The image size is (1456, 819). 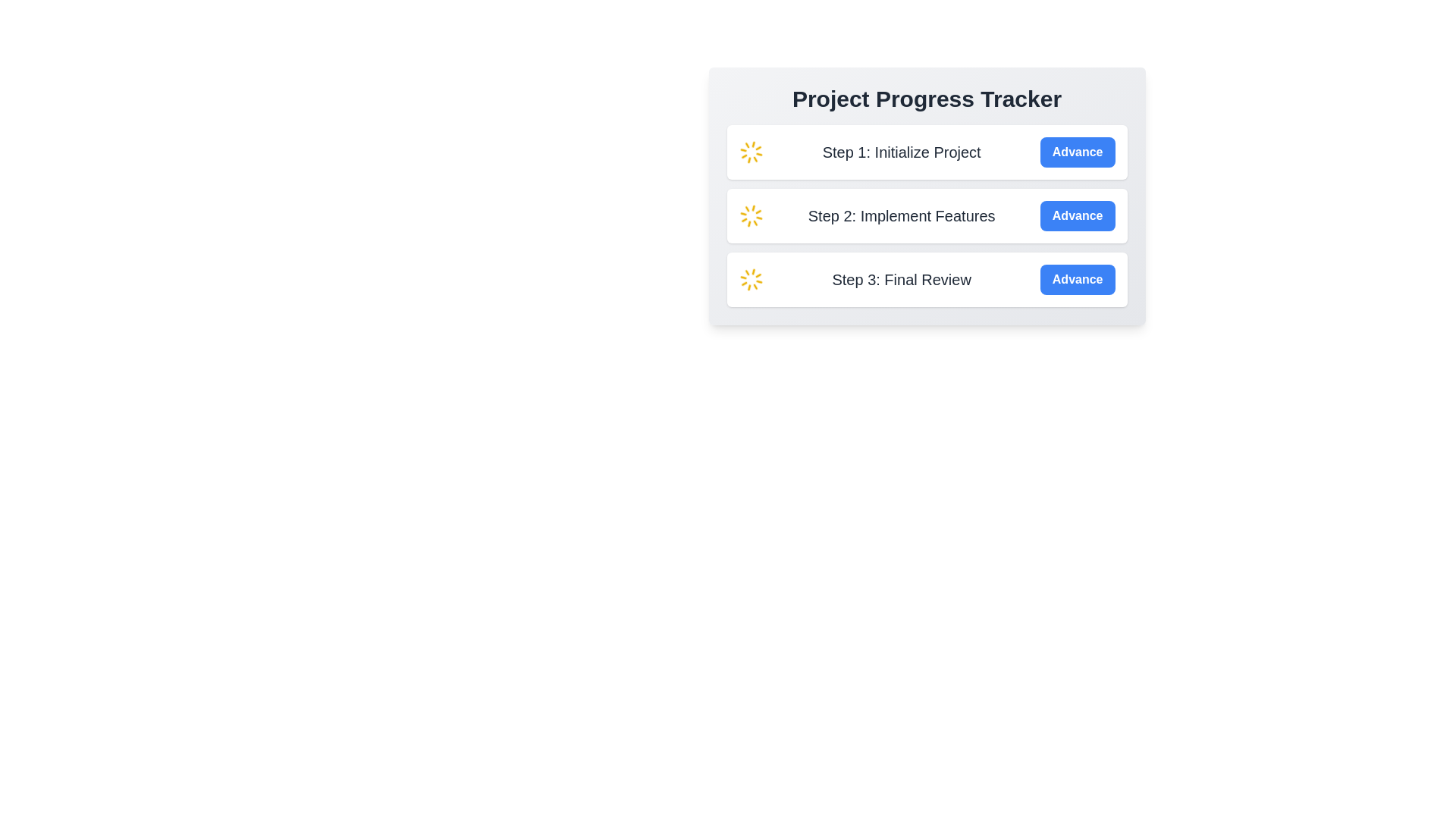 I want to click on the button located on the far-right side of the row starting with a spinning yellow icon and the text label 'Step 1: Initialize Project', so click(x=1077, y=152).